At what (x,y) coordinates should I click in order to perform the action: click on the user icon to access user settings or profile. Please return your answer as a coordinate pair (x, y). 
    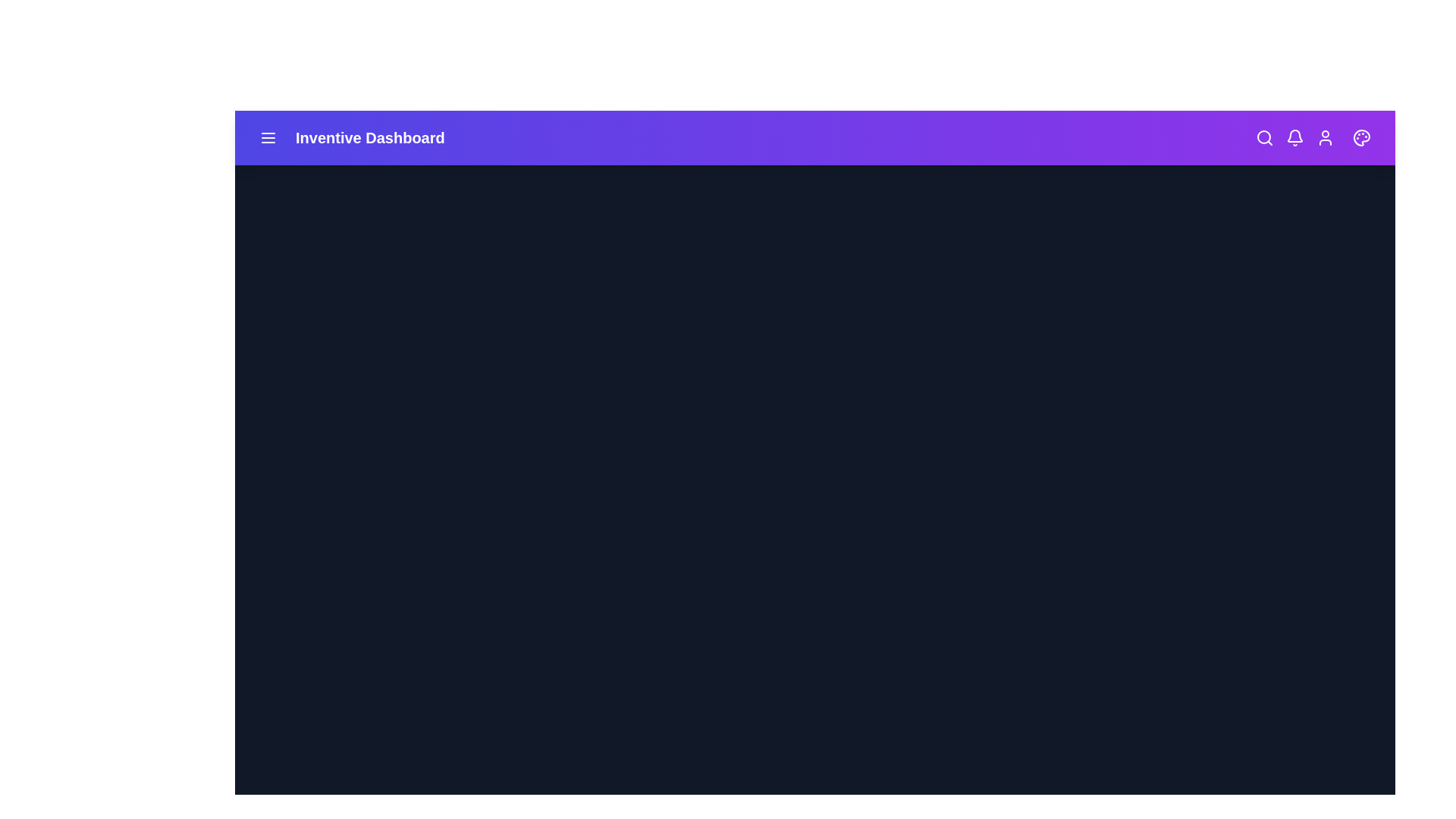
    Looking at the image, I should click on (1324, 137).